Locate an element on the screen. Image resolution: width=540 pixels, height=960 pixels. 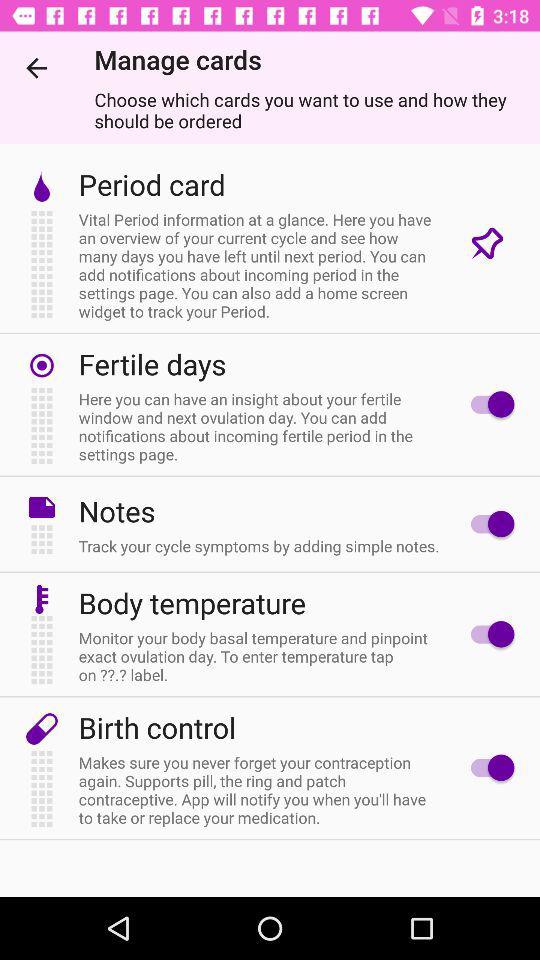
notifications option is located at coordinates (486, 523).